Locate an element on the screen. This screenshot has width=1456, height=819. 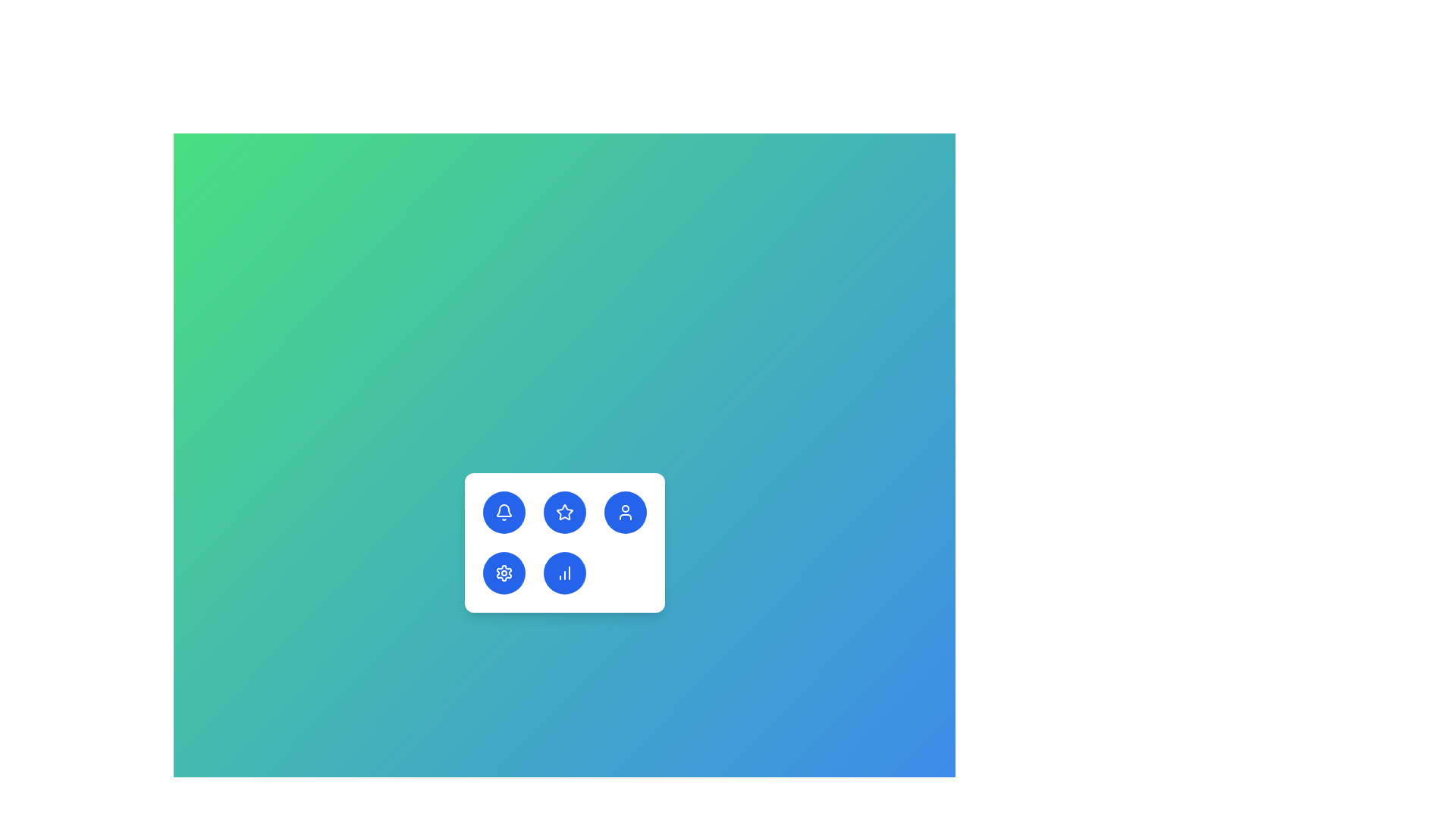
the bell icon located in the top-left corner of the 2x3 grid inside the white card is located at coordinates (504, 512).